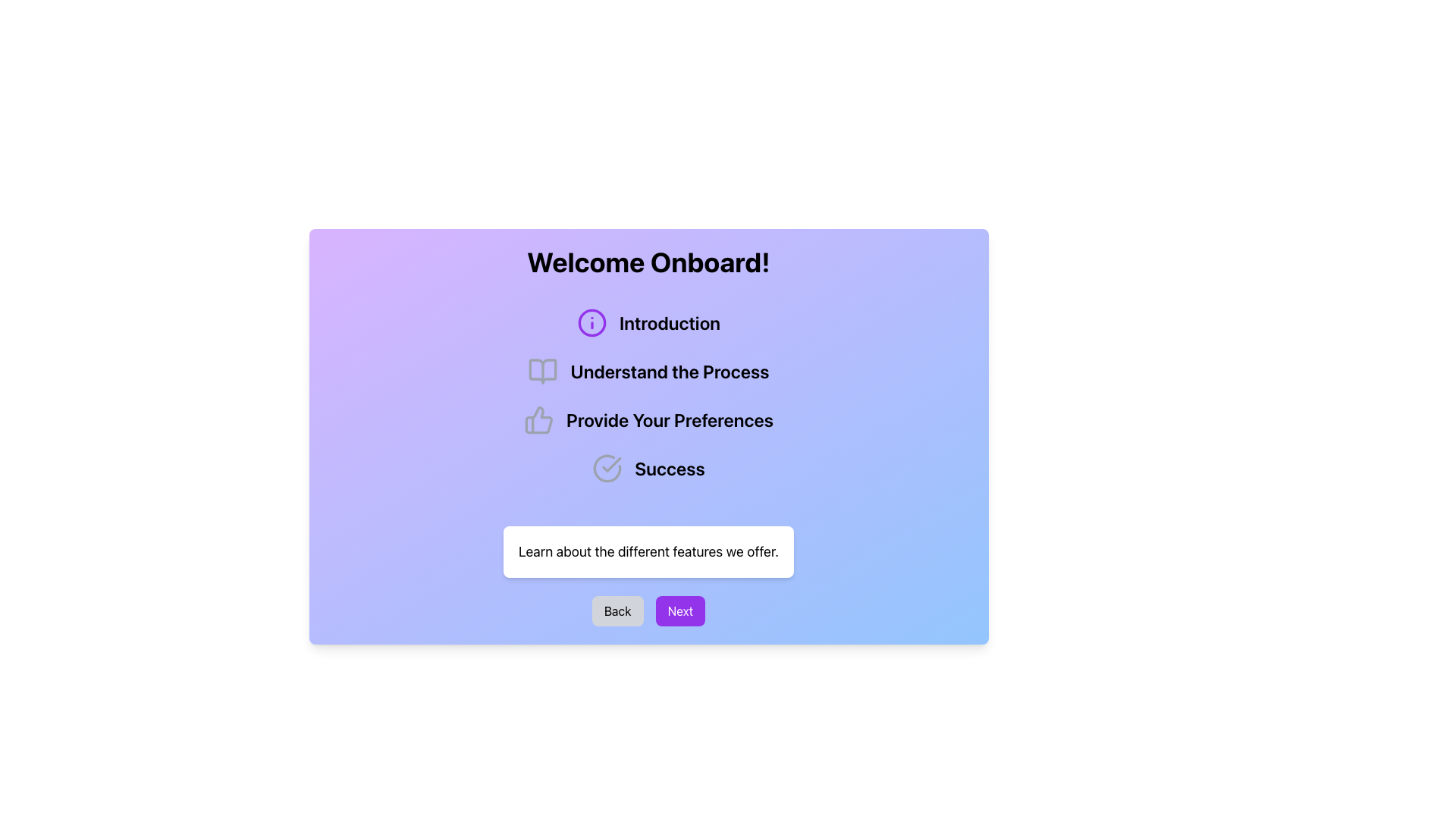  What do you see at coordinates (648, 467) in the screenshot?
I see `the 'Success' UI Label with an Icon, which features a gray circular check mark and bold black text` at bounding box center [648, 467].